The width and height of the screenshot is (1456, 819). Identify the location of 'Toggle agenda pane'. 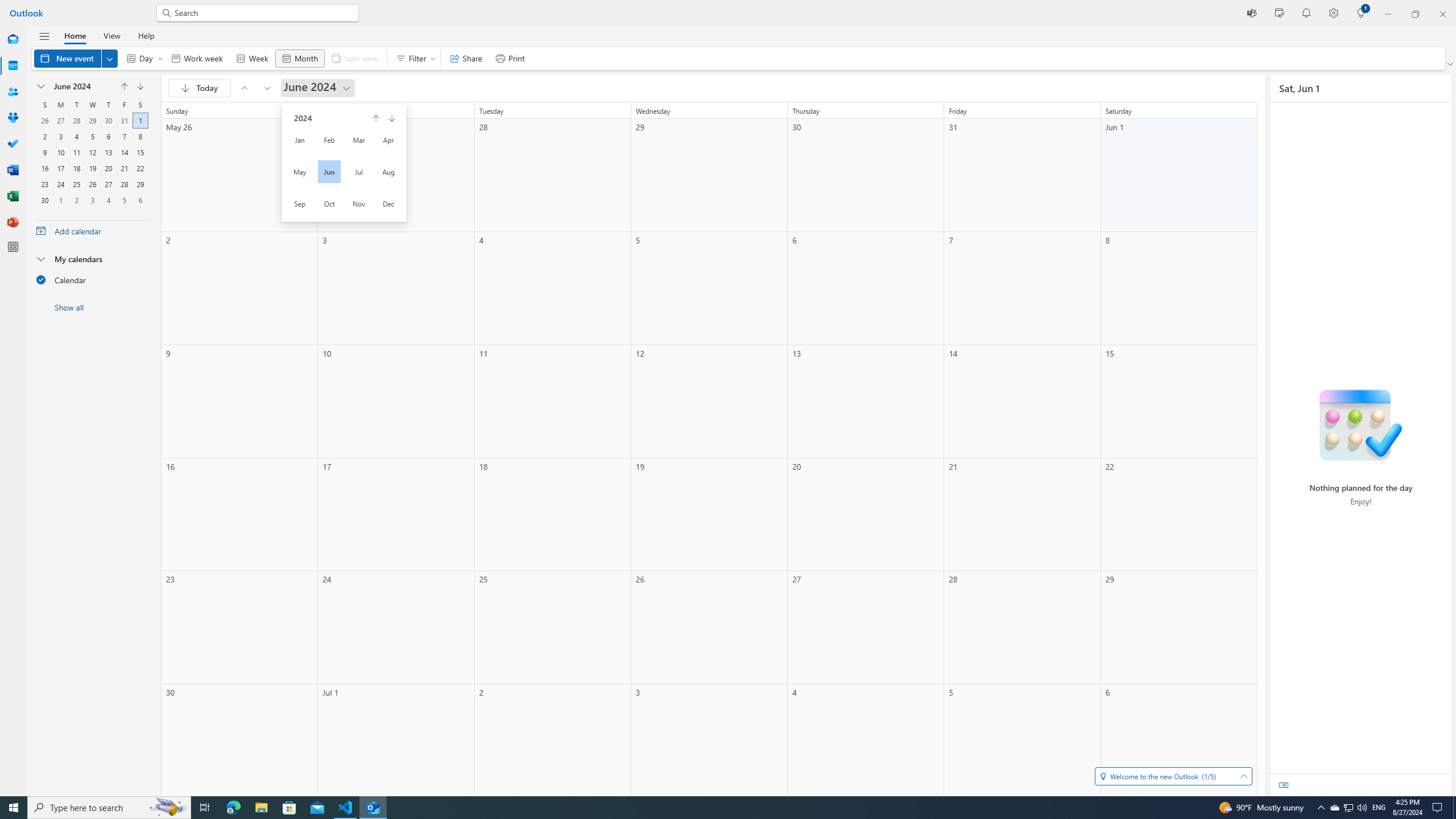
(1283, 784).